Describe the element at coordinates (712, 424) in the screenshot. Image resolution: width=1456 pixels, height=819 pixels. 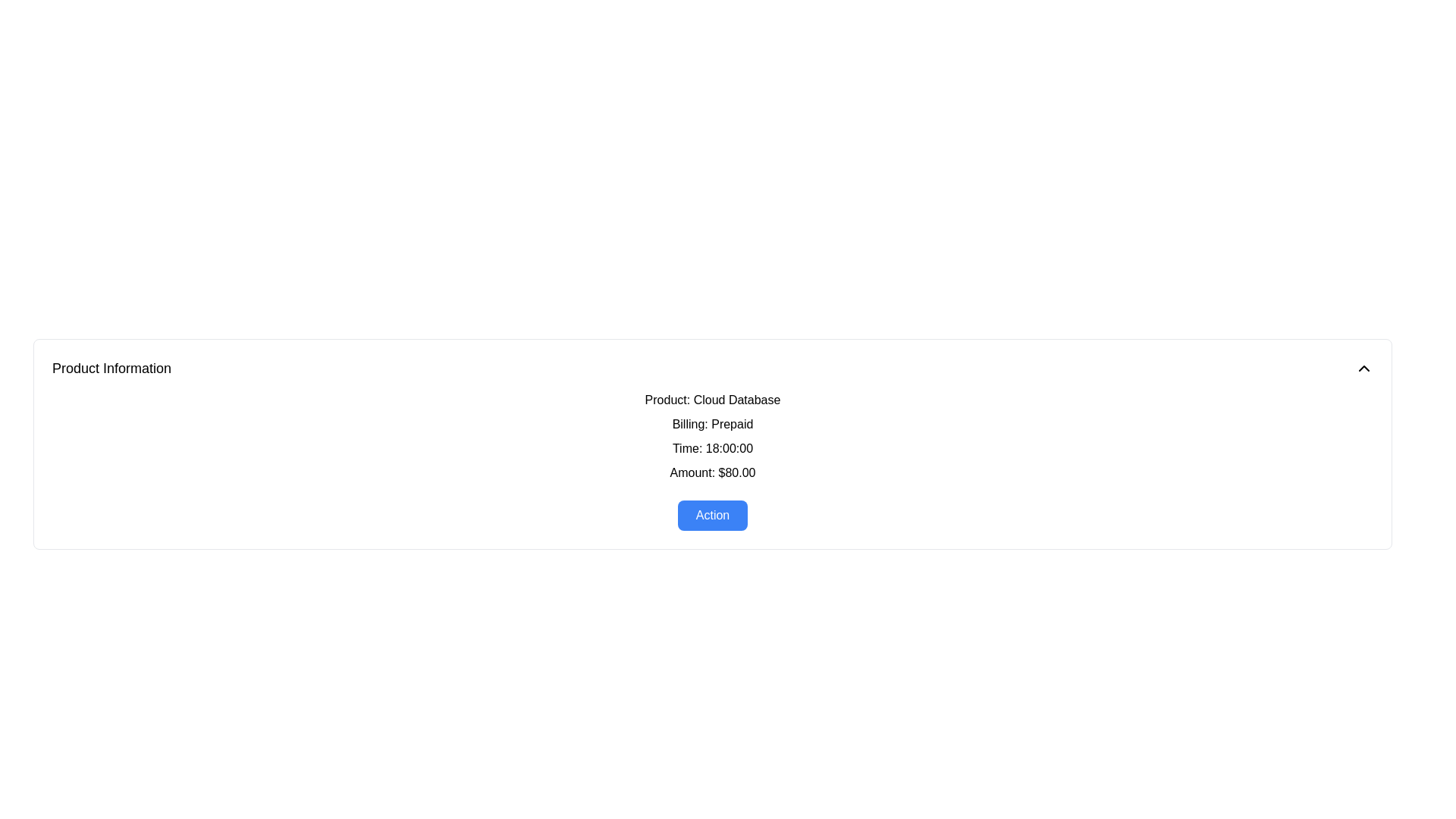
I see `the non-interactive text label indicating the billing type 'Prepaid', which is located under the 'Product: Cloud Database' section` at that location.